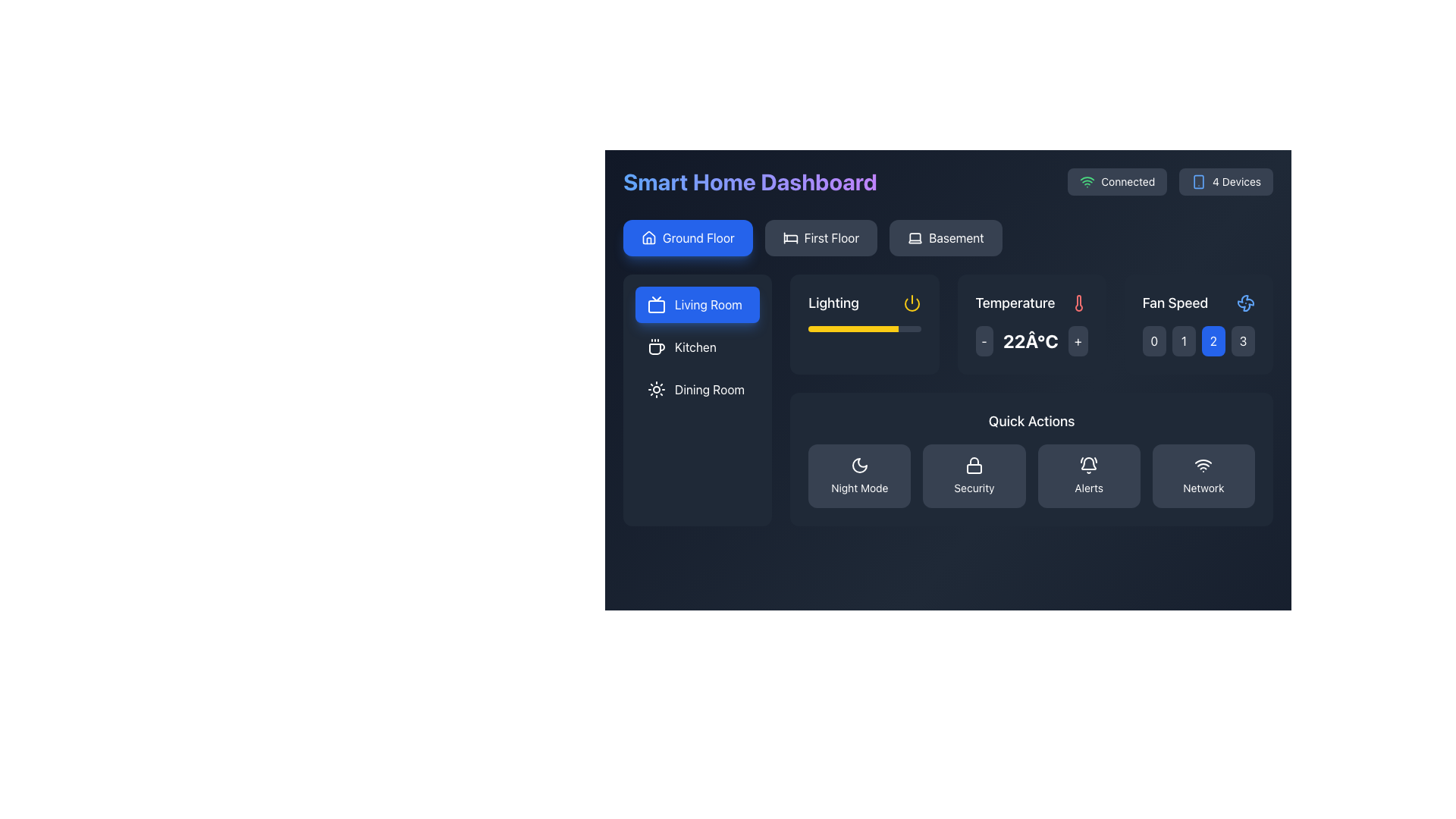 This screenshot has height=819, width=1456. I want to click on the navigation button located in the dark sidebar panel, so click(697, 347).